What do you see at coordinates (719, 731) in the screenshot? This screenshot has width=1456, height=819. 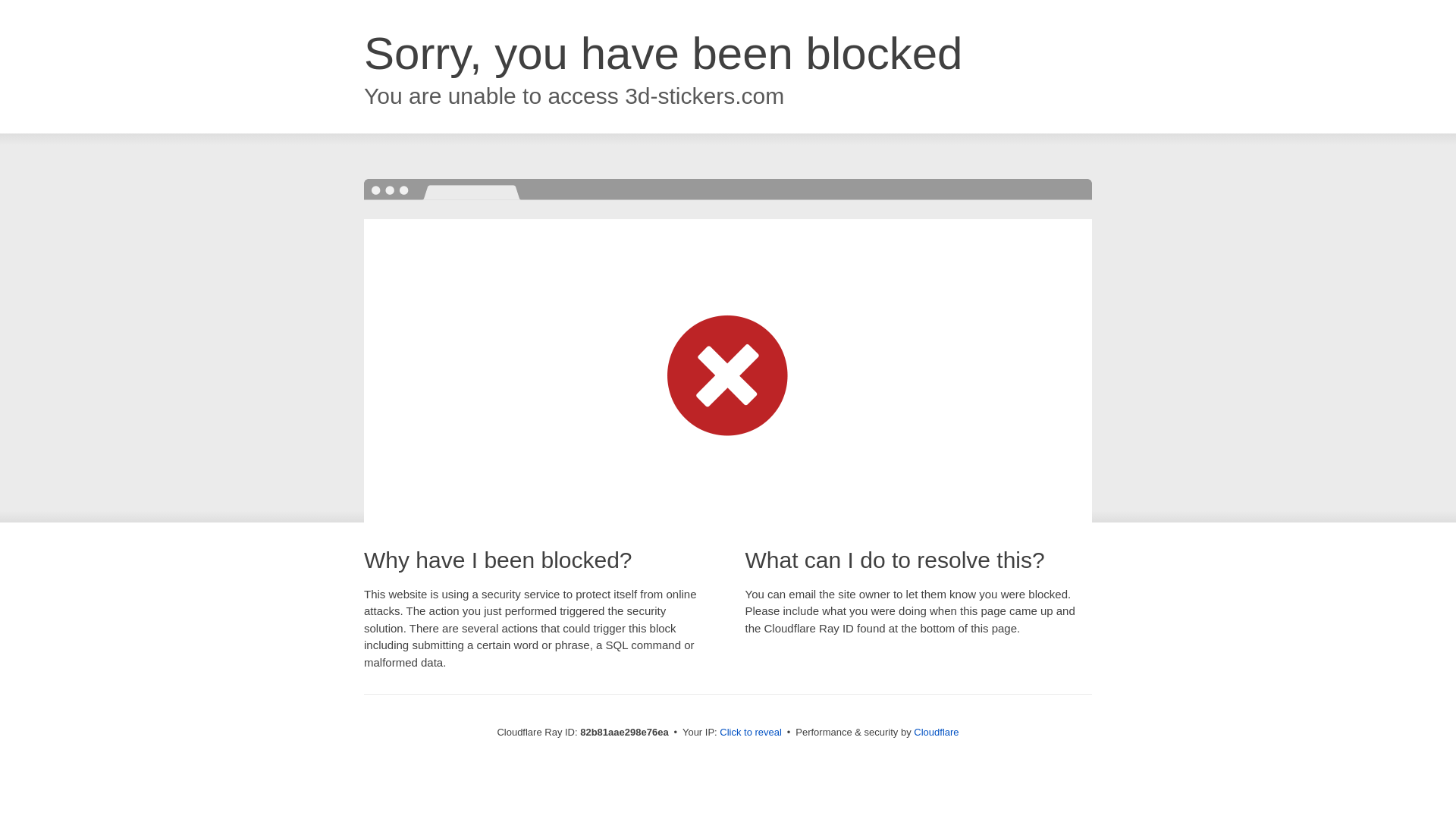 I see `'Click to reveal'` at bounding box center [719, 731].